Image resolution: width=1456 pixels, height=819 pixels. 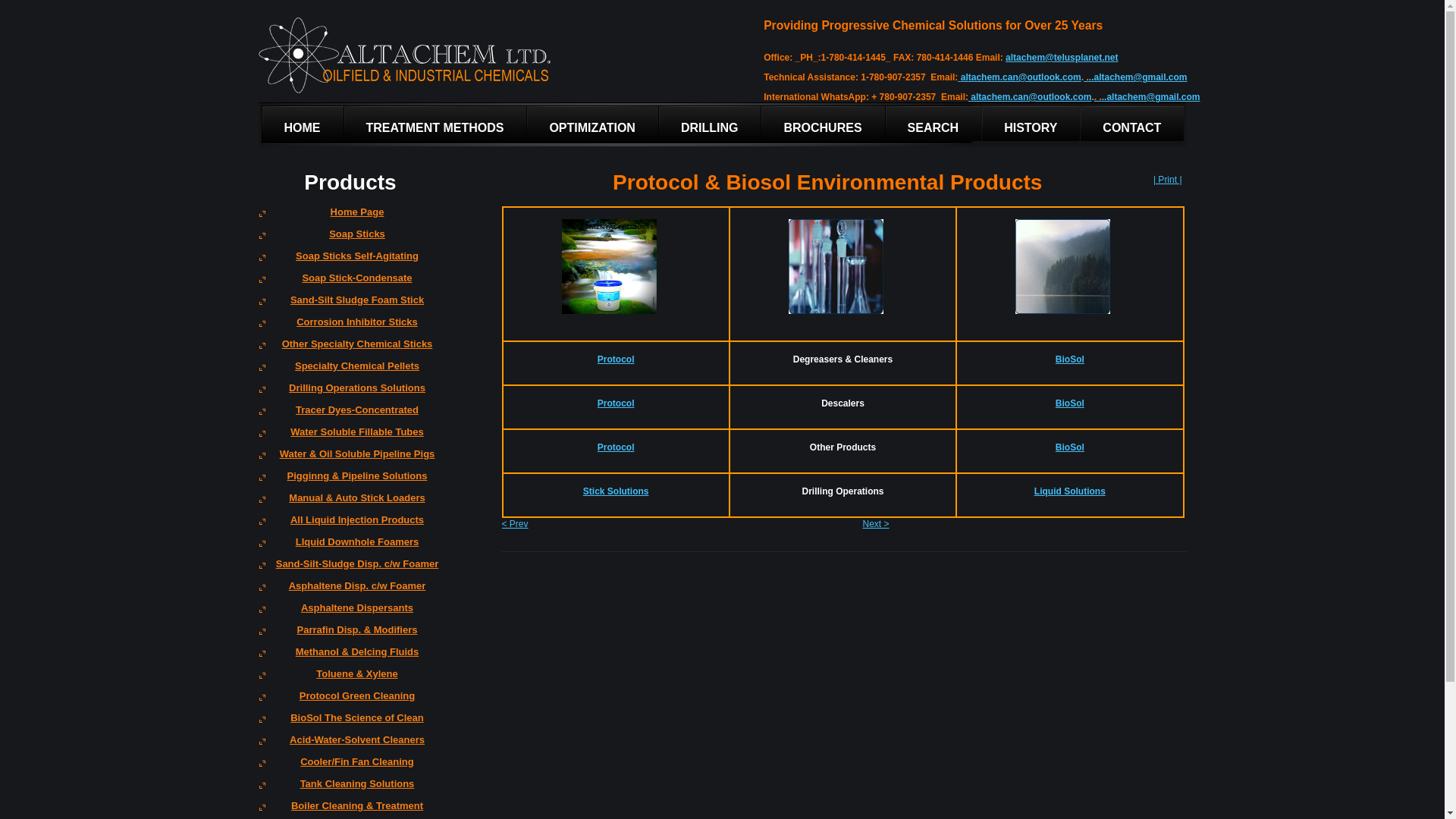 What do you see at coordinates (1021, 77) in the screenshot?
I see `'altachem.can@outlook.com'` at bounding box center [1021, 77].